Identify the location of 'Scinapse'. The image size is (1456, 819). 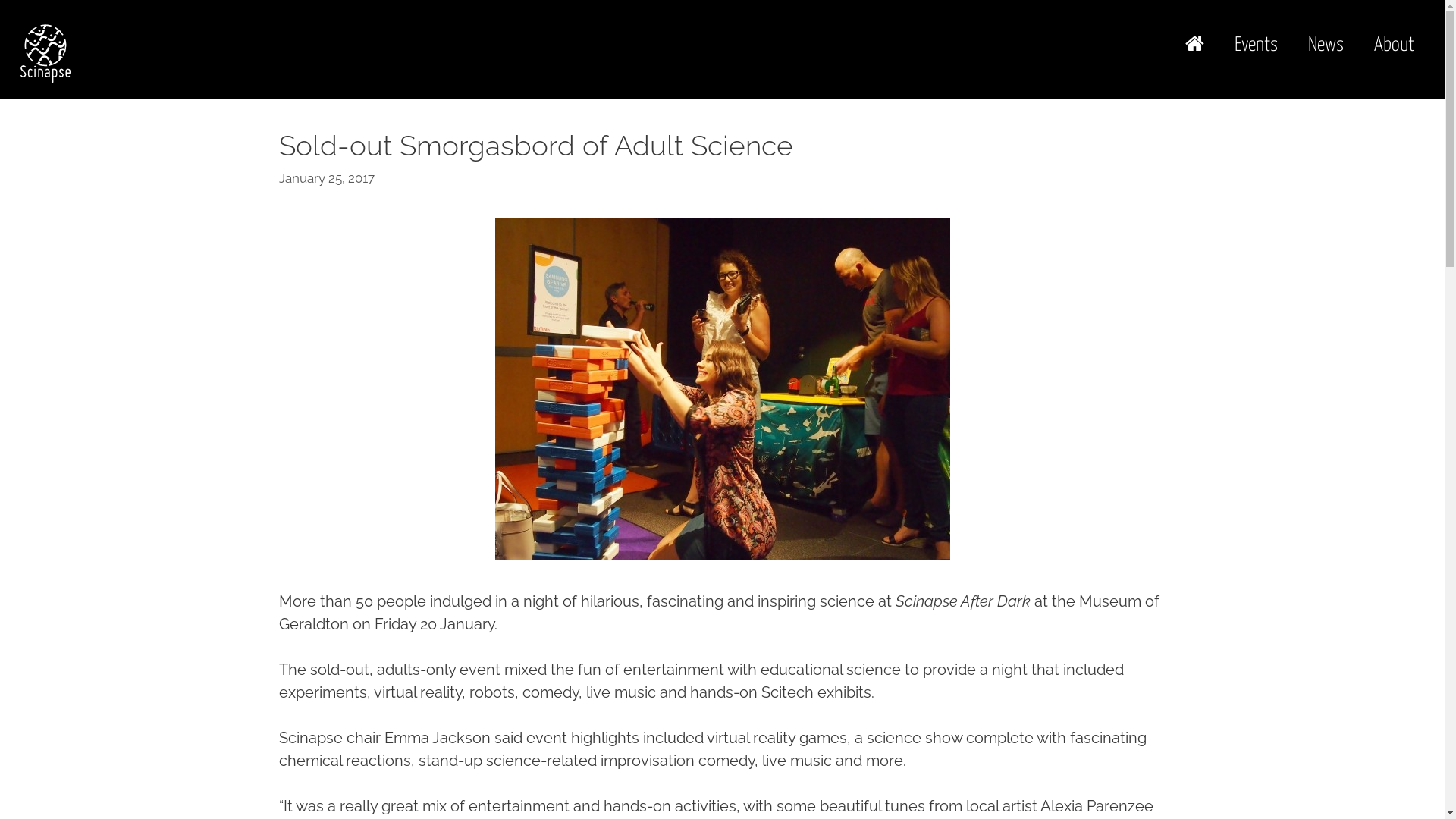
(45, 52).